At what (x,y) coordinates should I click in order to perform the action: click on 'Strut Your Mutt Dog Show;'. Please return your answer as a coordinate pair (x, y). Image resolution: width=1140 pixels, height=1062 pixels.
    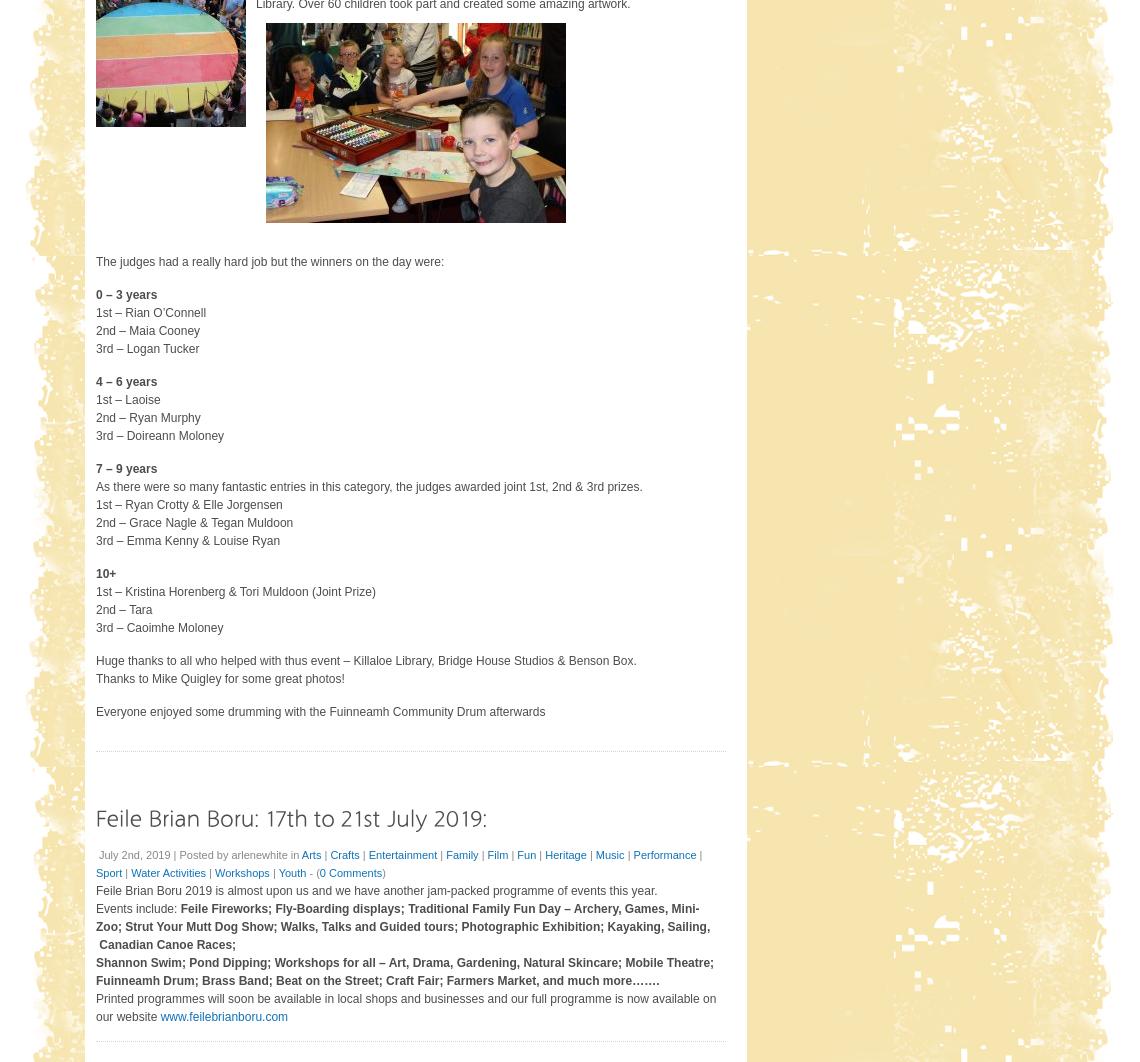
    Looking at the image, I should click on (123, 924).